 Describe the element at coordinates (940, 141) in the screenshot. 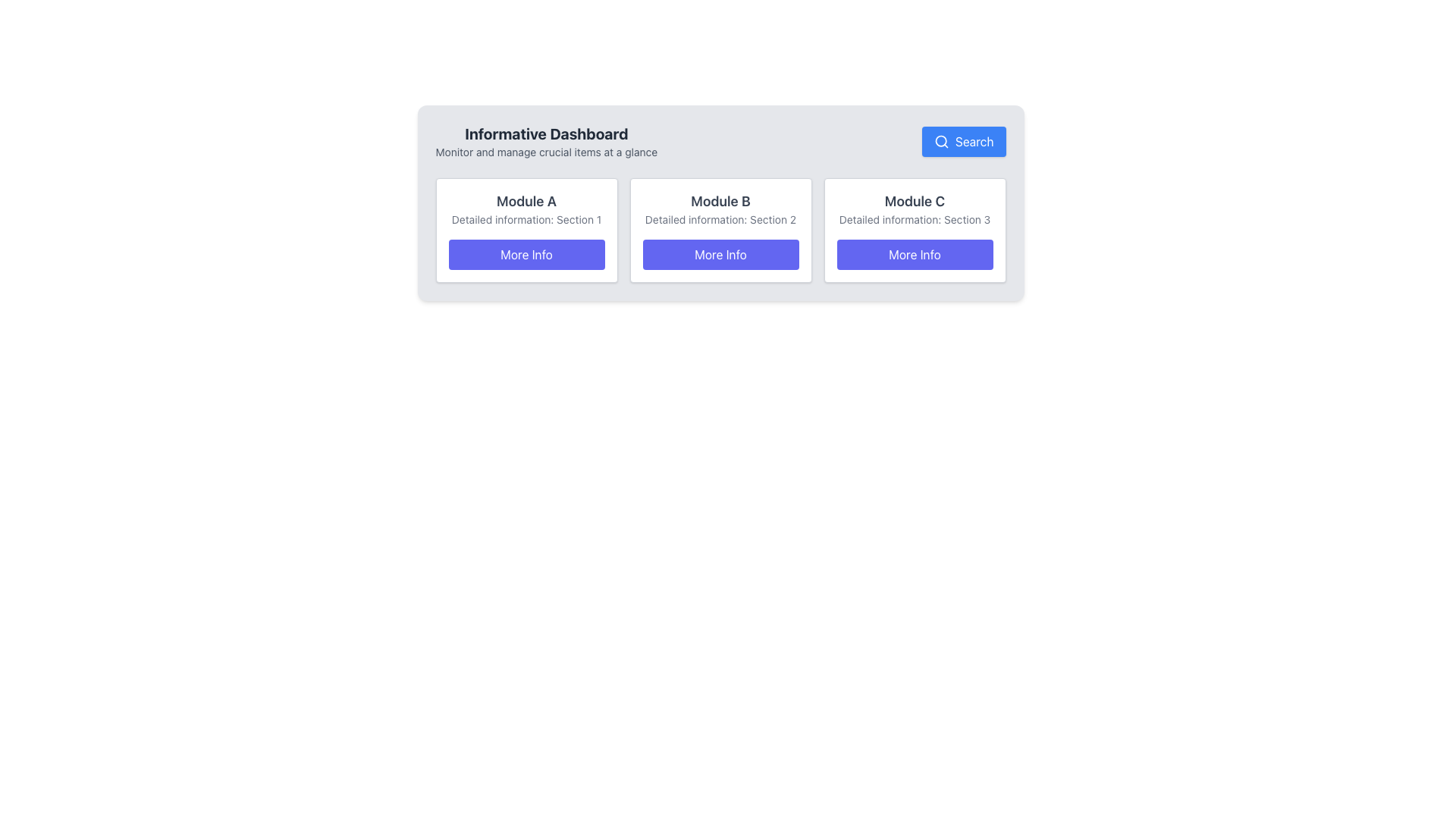

I see `the circular portion of the search icon located at the top-right corner of the interface` at that location.